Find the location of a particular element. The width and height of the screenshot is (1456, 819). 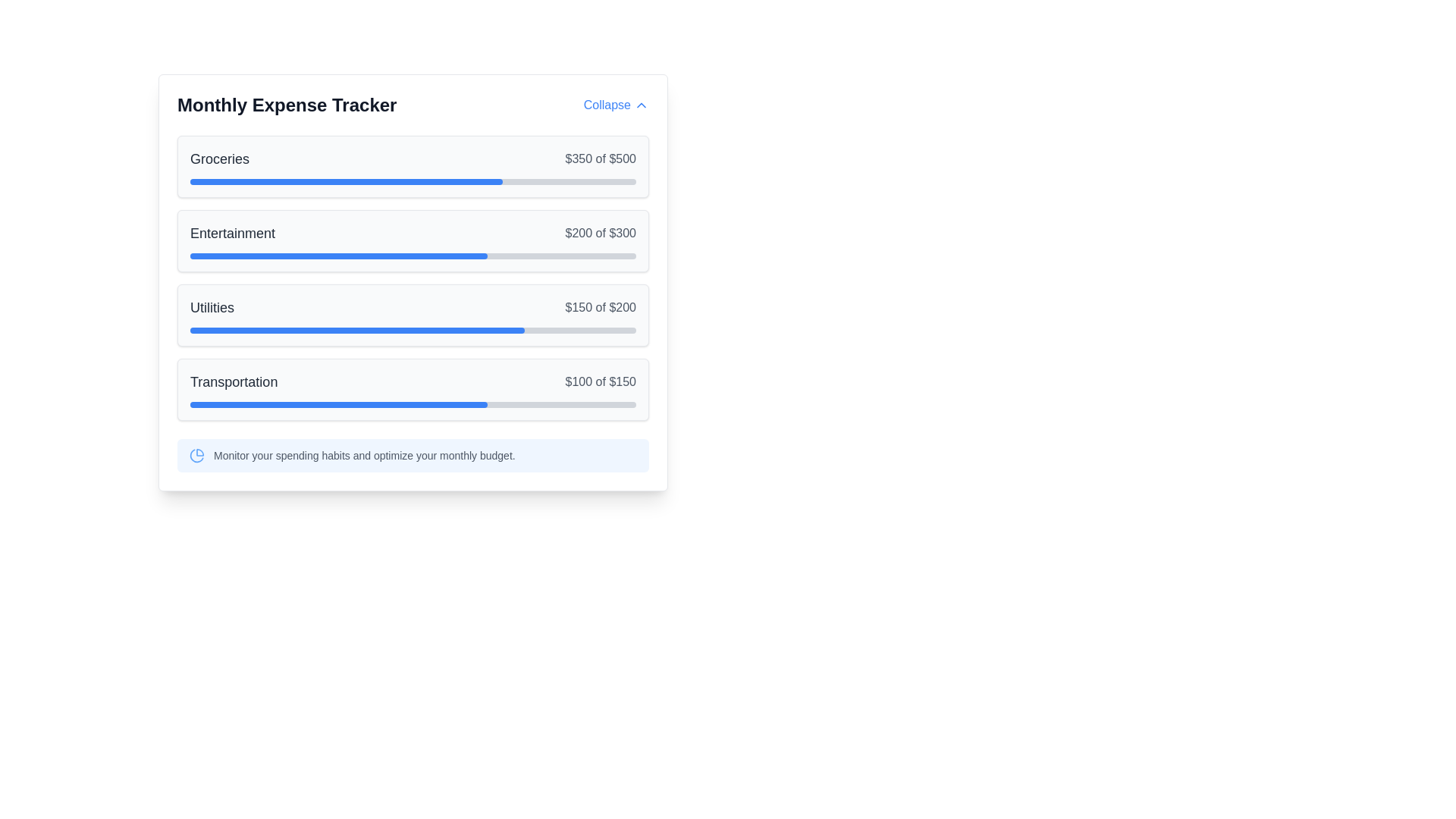

the Budget Summary Component that tracks the 'Groceries' category, which is the first entry in the Monthly Expense Tracker list is located at coordinates (413, 166).